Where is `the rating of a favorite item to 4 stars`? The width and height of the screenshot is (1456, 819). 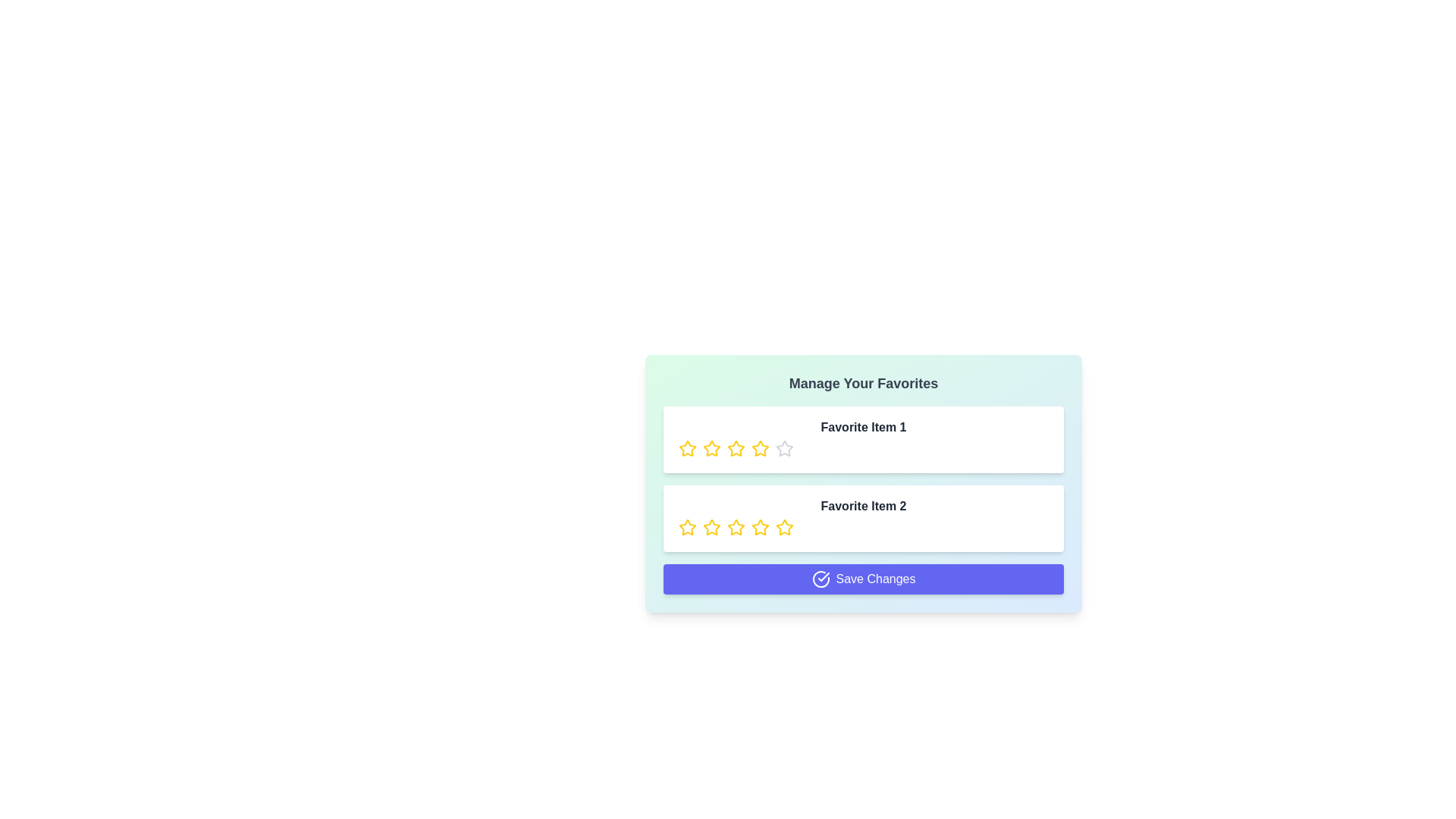
the rating of a favorite item to 4 stars is located at coordinates (761, 447).